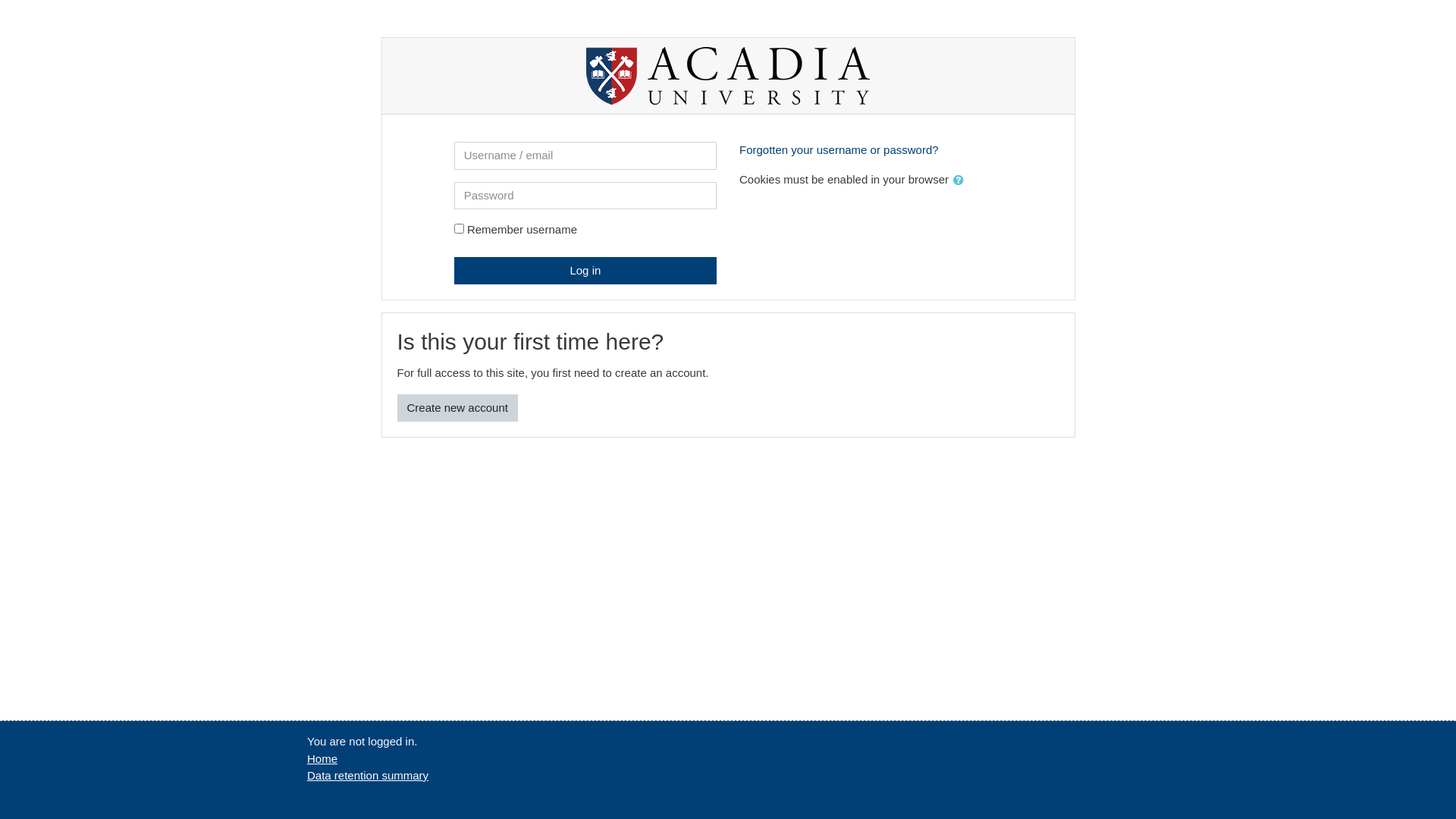 The width and height of the screenshot is (1456, 819). I want to click on 'Help with Cookies must be enabled in your browser', so click(957, 177).